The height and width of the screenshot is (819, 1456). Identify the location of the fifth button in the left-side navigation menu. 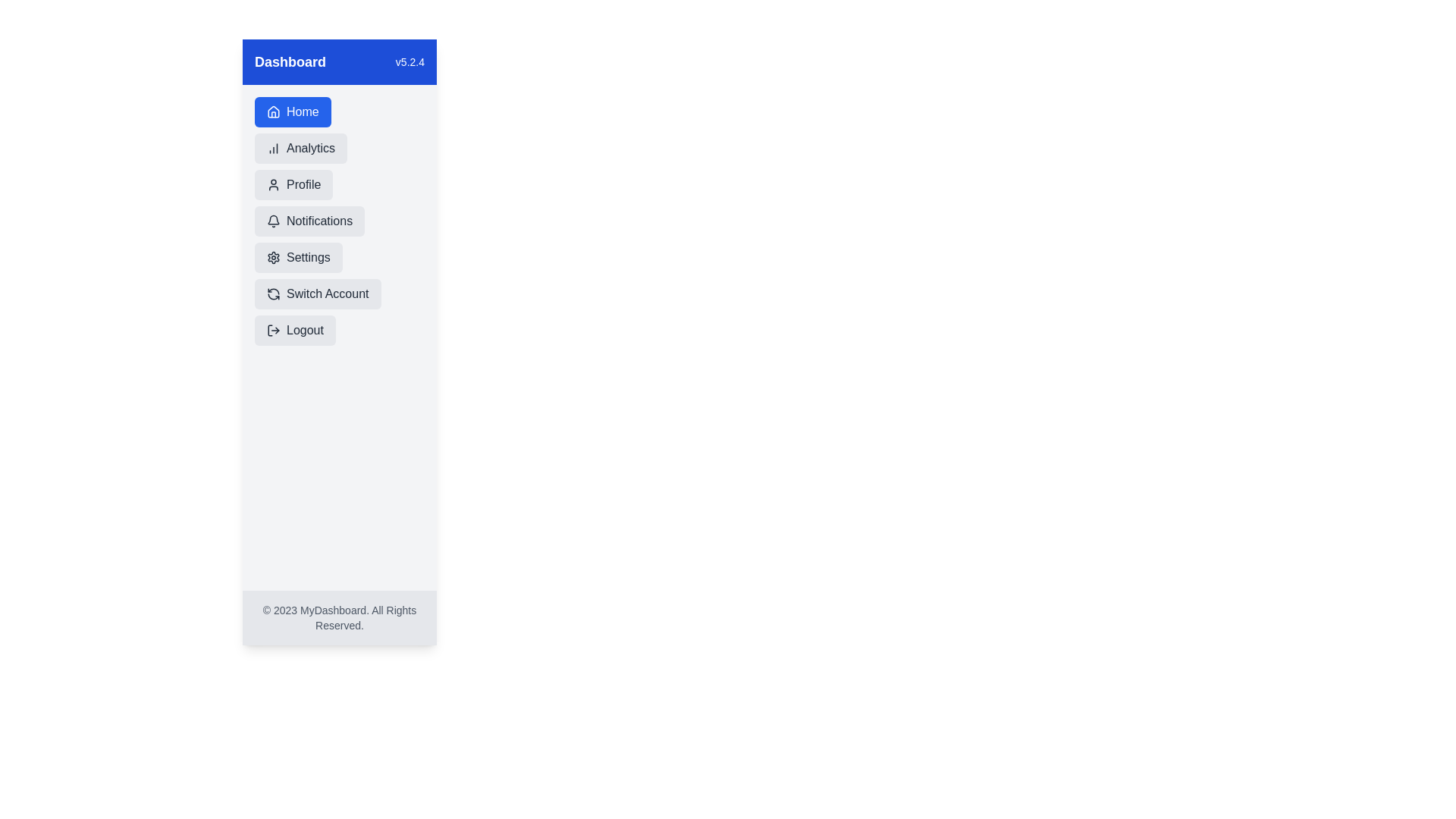
(298, 256).